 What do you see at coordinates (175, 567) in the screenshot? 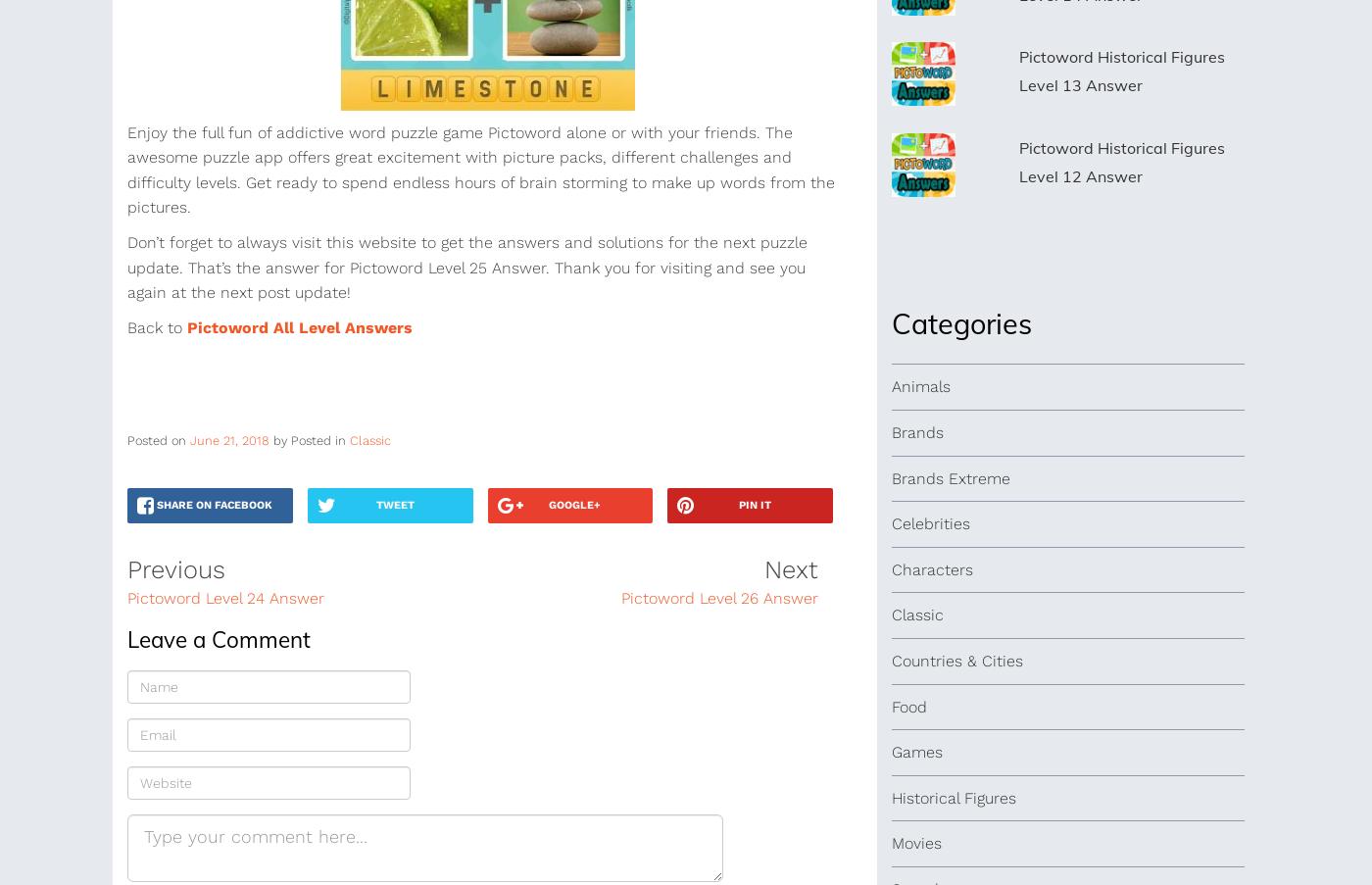
I see `'Previous'` at bounding box center [175, 567].